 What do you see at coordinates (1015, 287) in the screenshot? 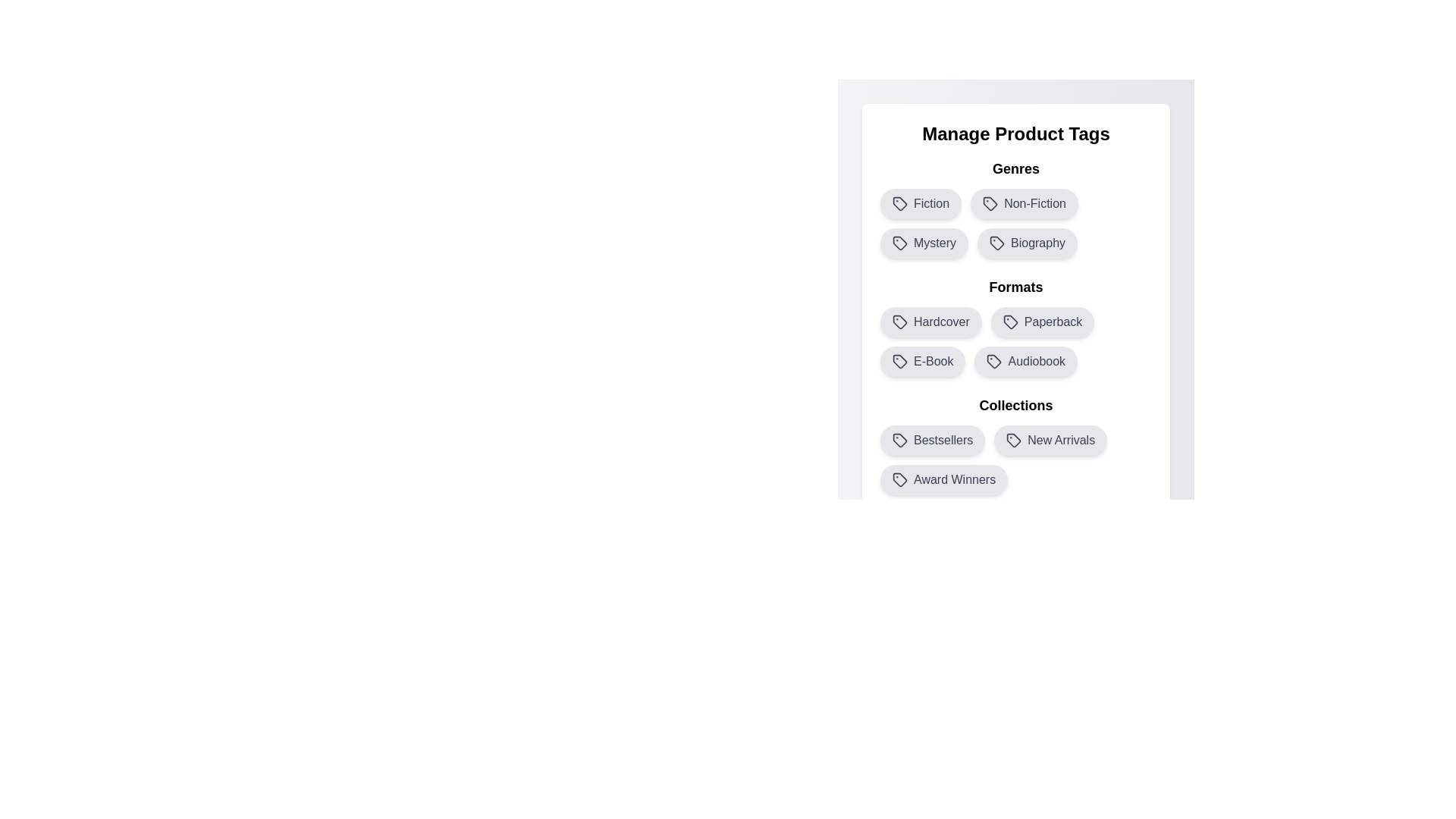
I see `the 'Formats' text label that categorizes the subsequent options in the 'Manage Product Tags' interface, positioned between the 'Genres' section and the format options` at bounding box center [1015, 287].